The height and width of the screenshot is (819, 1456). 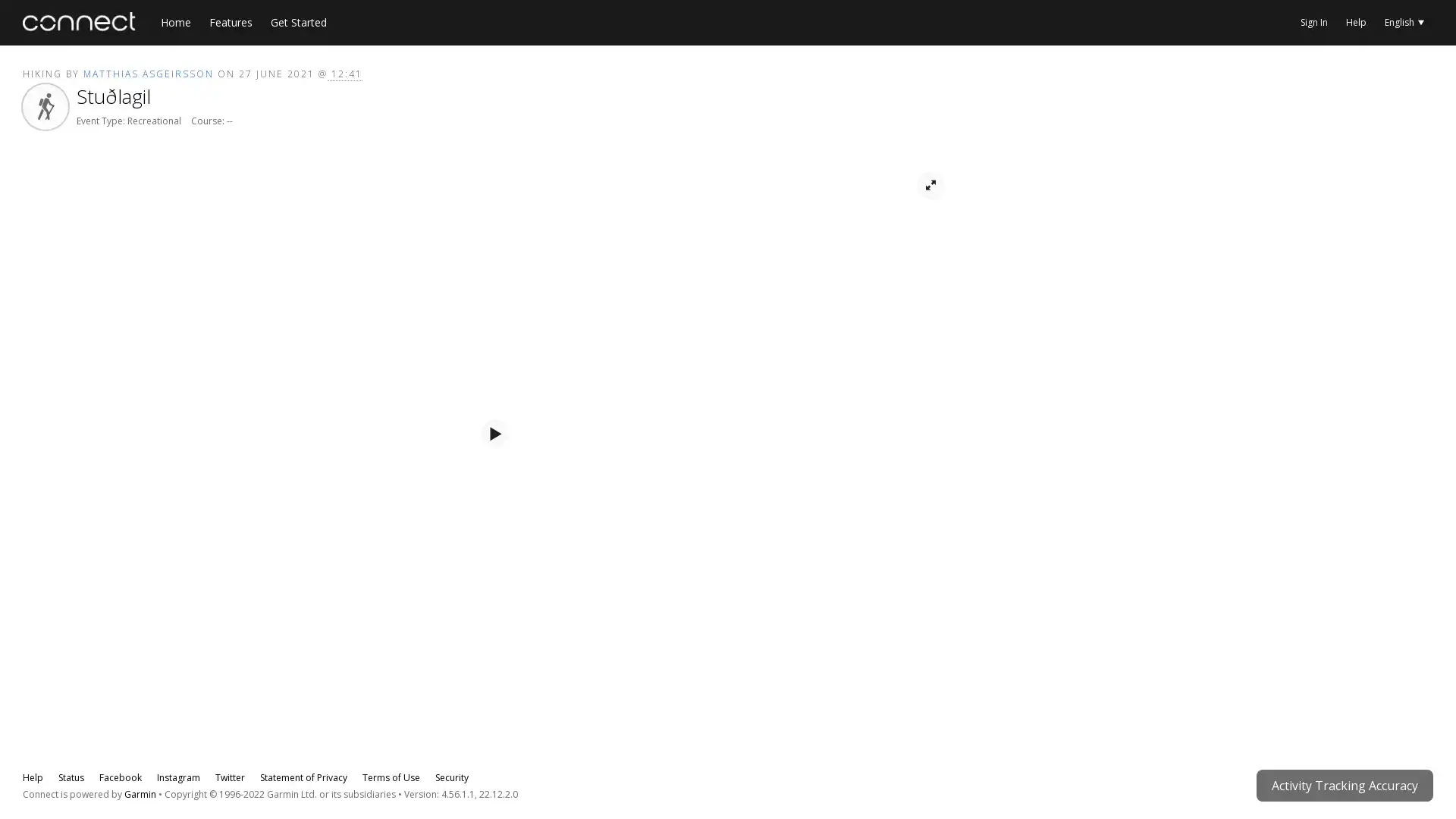 What do you see at coordinates (871, 561) in the screenshot?
I see `Time` at bounding box center [871, 561].